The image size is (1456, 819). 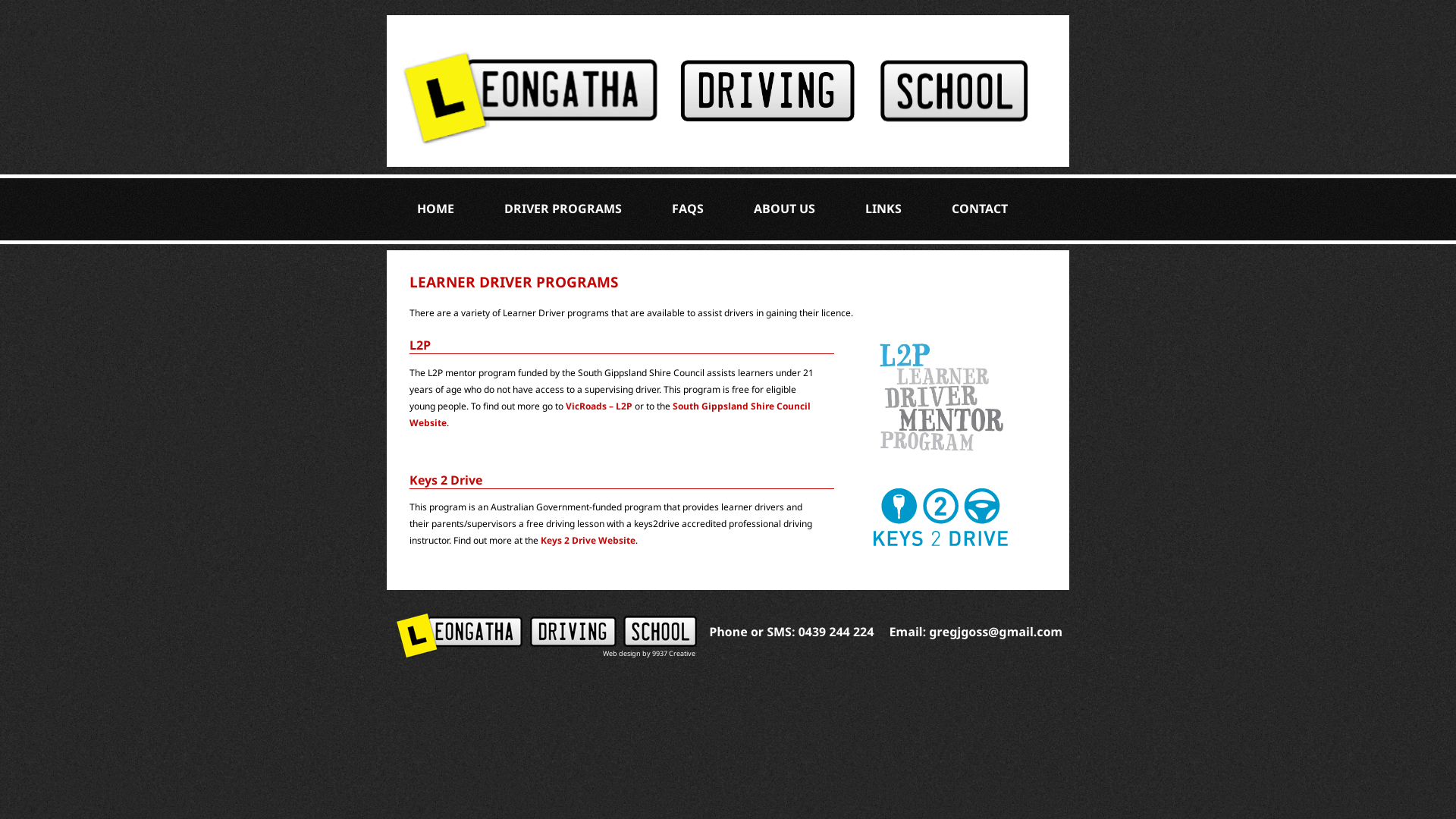 What do you see at coordinates (883, 208) in the screenshot?
I see `'LINKS'` at bounding box center [883, 208].